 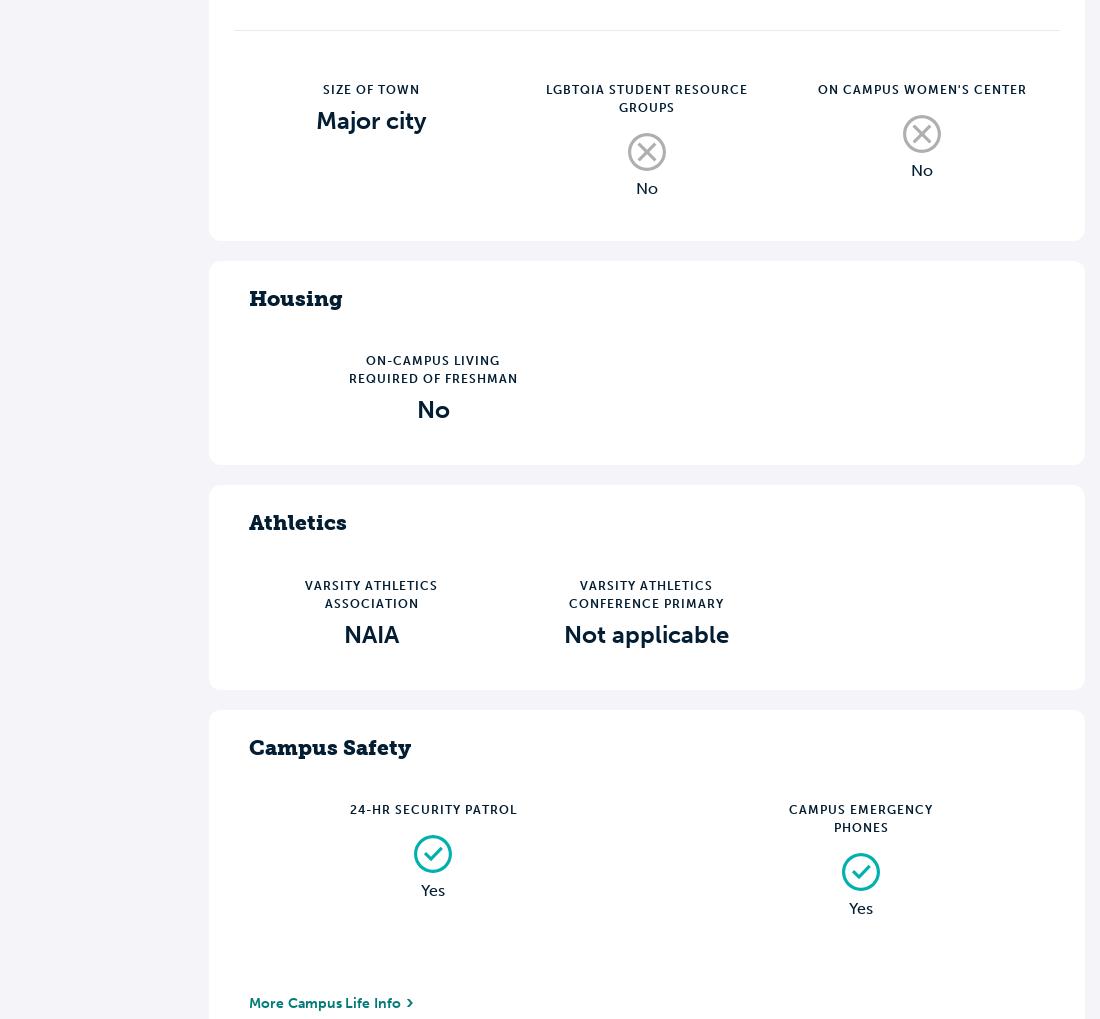 What do you see at coordinates (371, 633) in the screenshot?
I see `'NAIA'` at bounding box center [371, 633].